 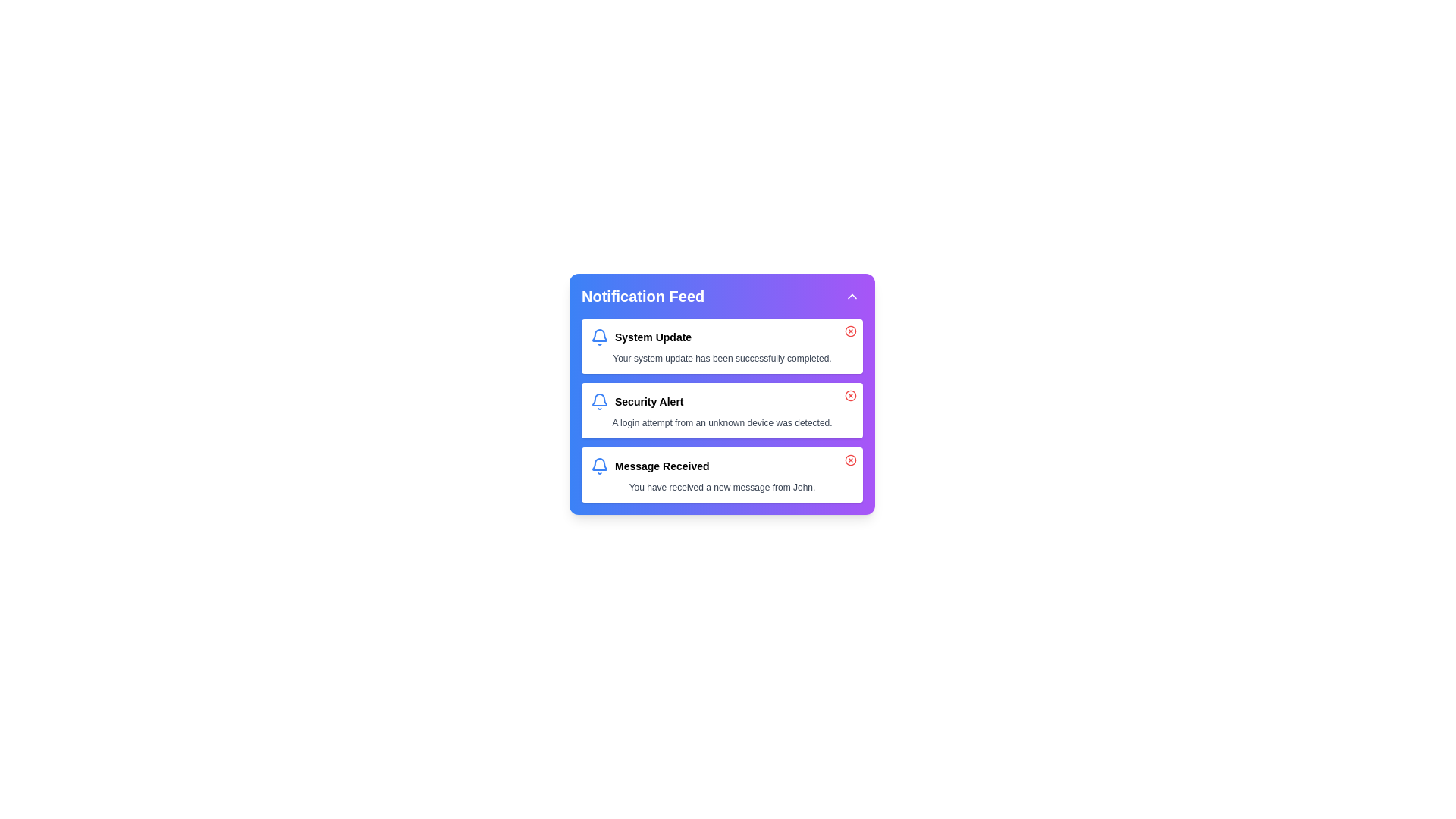 What do you see at coordinates (599, 400) in the screenshot?
I see `the blue bell icon indicating a notification before the text 'Security Alert' in the notification feed` at bounding box center [599, 400].